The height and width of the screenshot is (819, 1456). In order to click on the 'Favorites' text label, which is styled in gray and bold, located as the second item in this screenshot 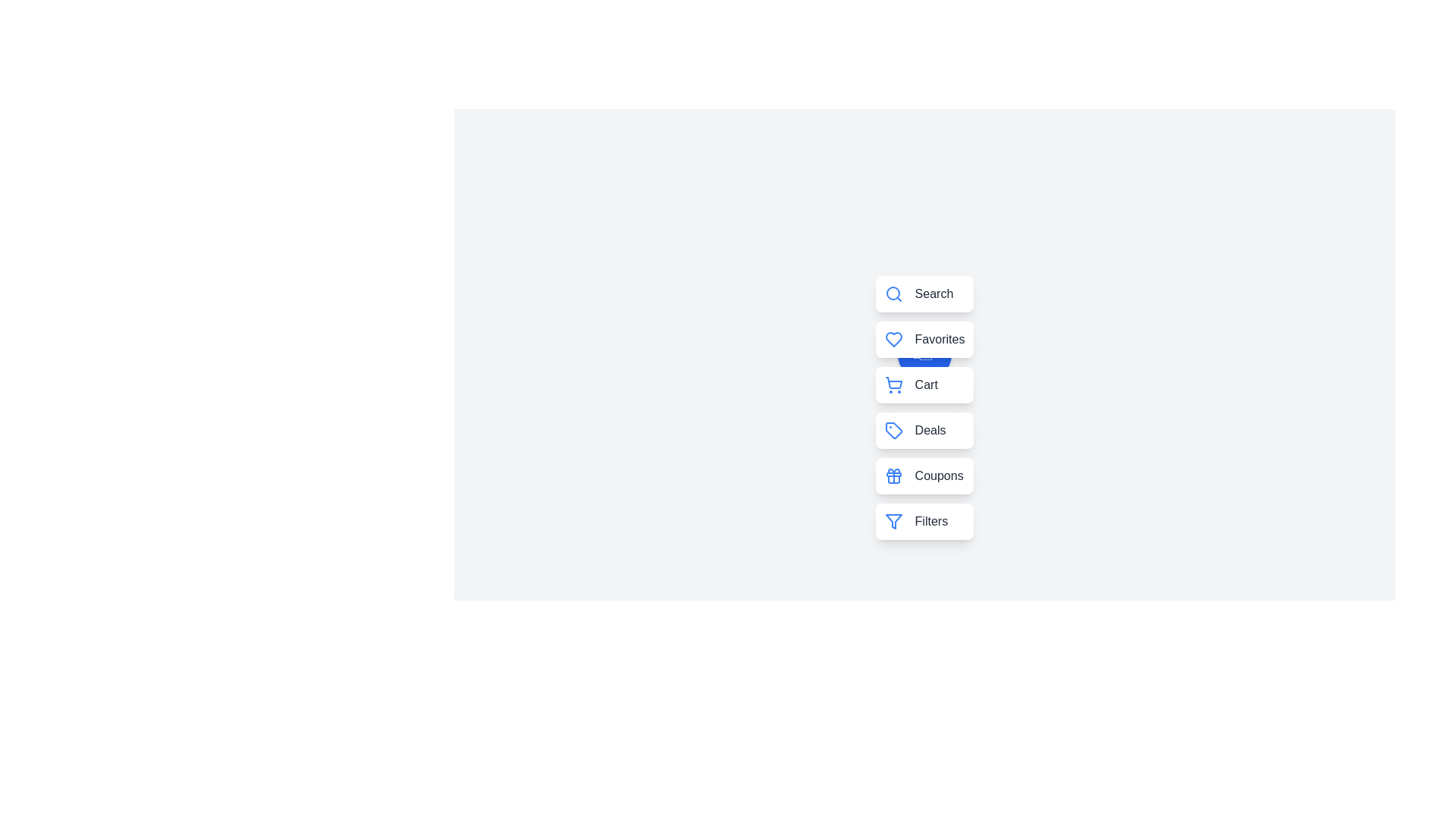, I will do `click(939, 338)`.